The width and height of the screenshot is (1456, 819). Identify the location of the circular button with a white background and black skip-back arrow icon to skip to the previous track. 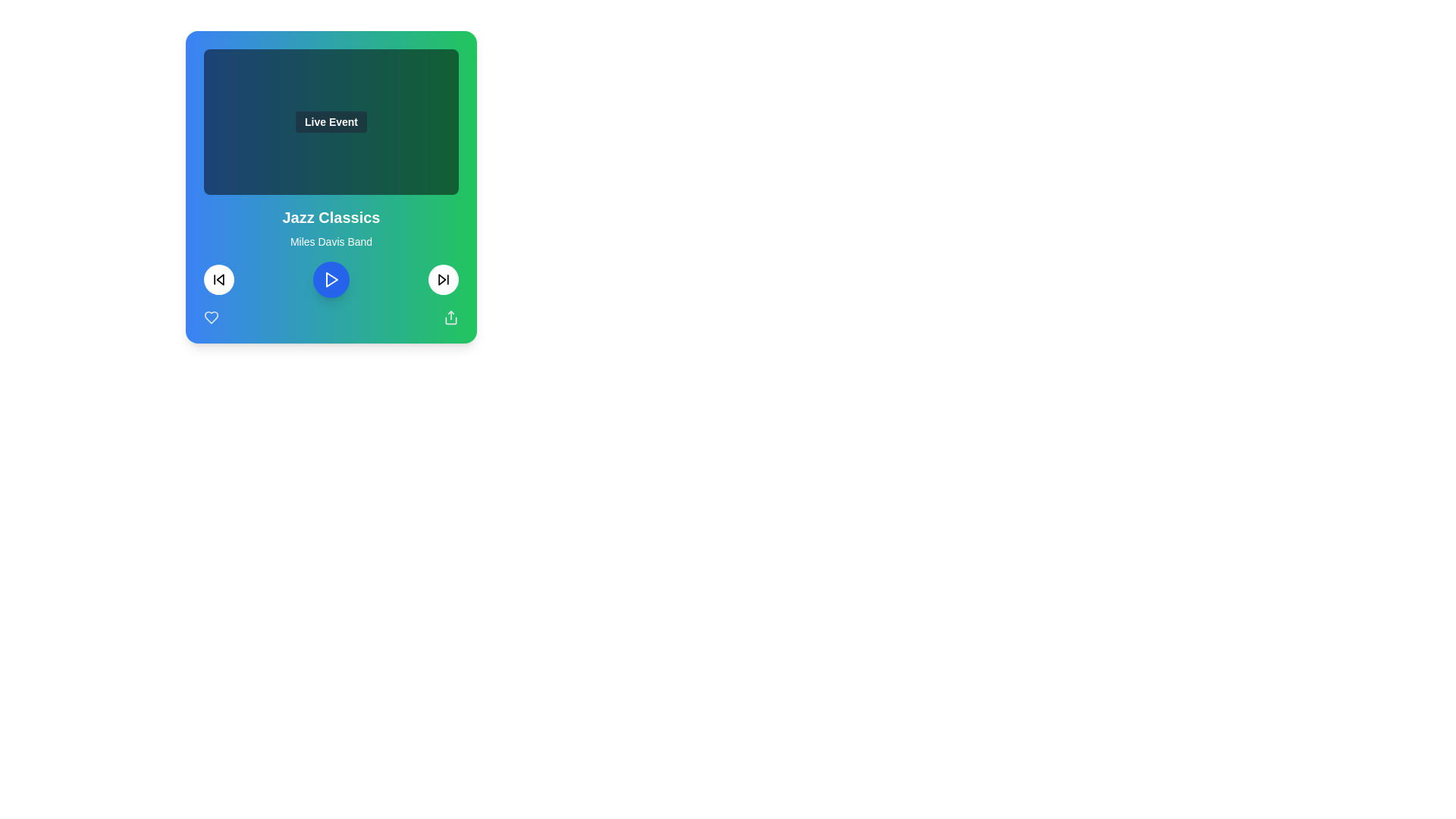
(218, 280).